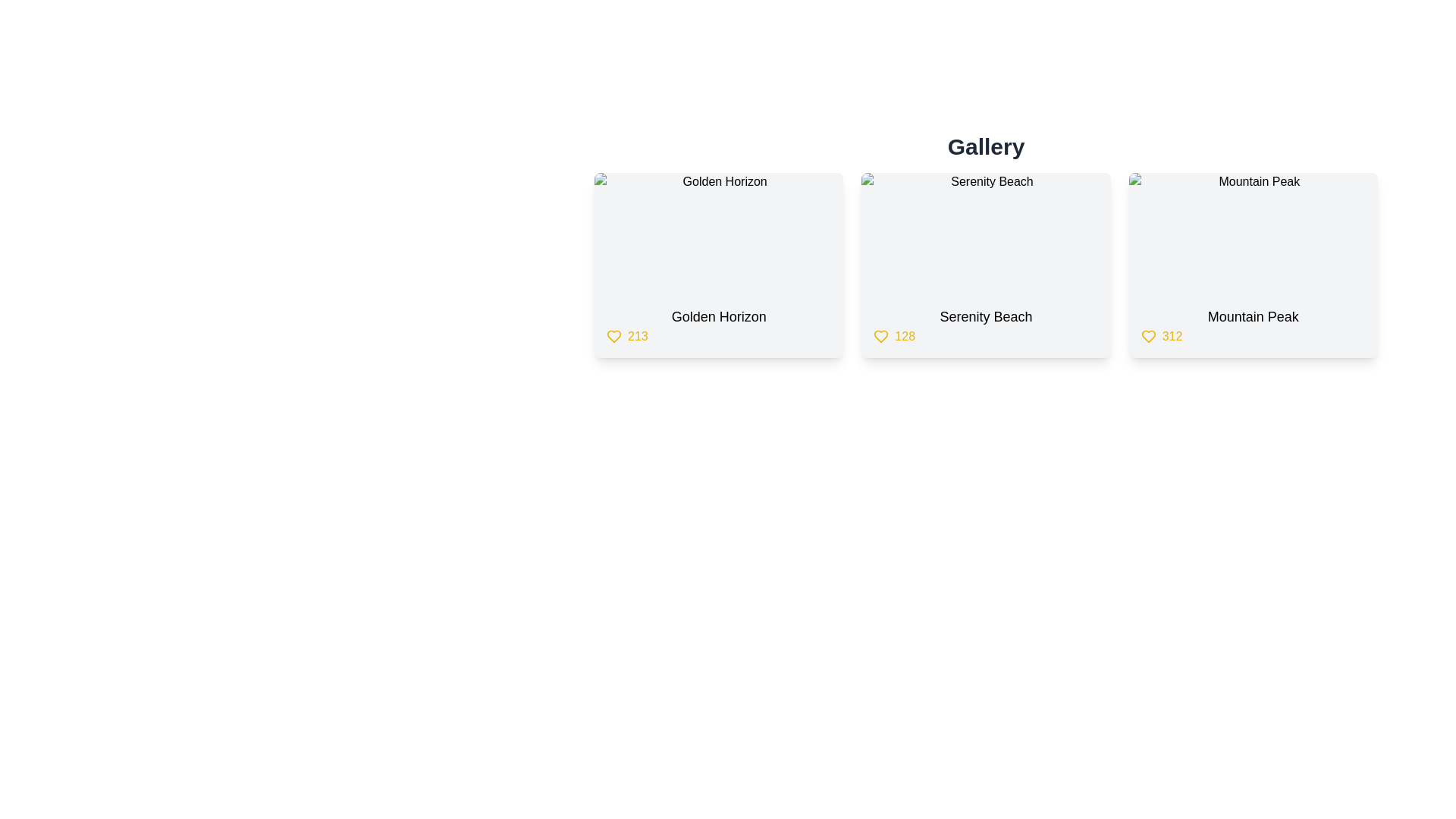  What do you see at coordinates (986, 335) in the screenshot?
I see `the count displayed next to the yellow heart icon labeled '128' within the 'Serenity Beach' card located in the gallery layout` at bounding box center [986, 335].